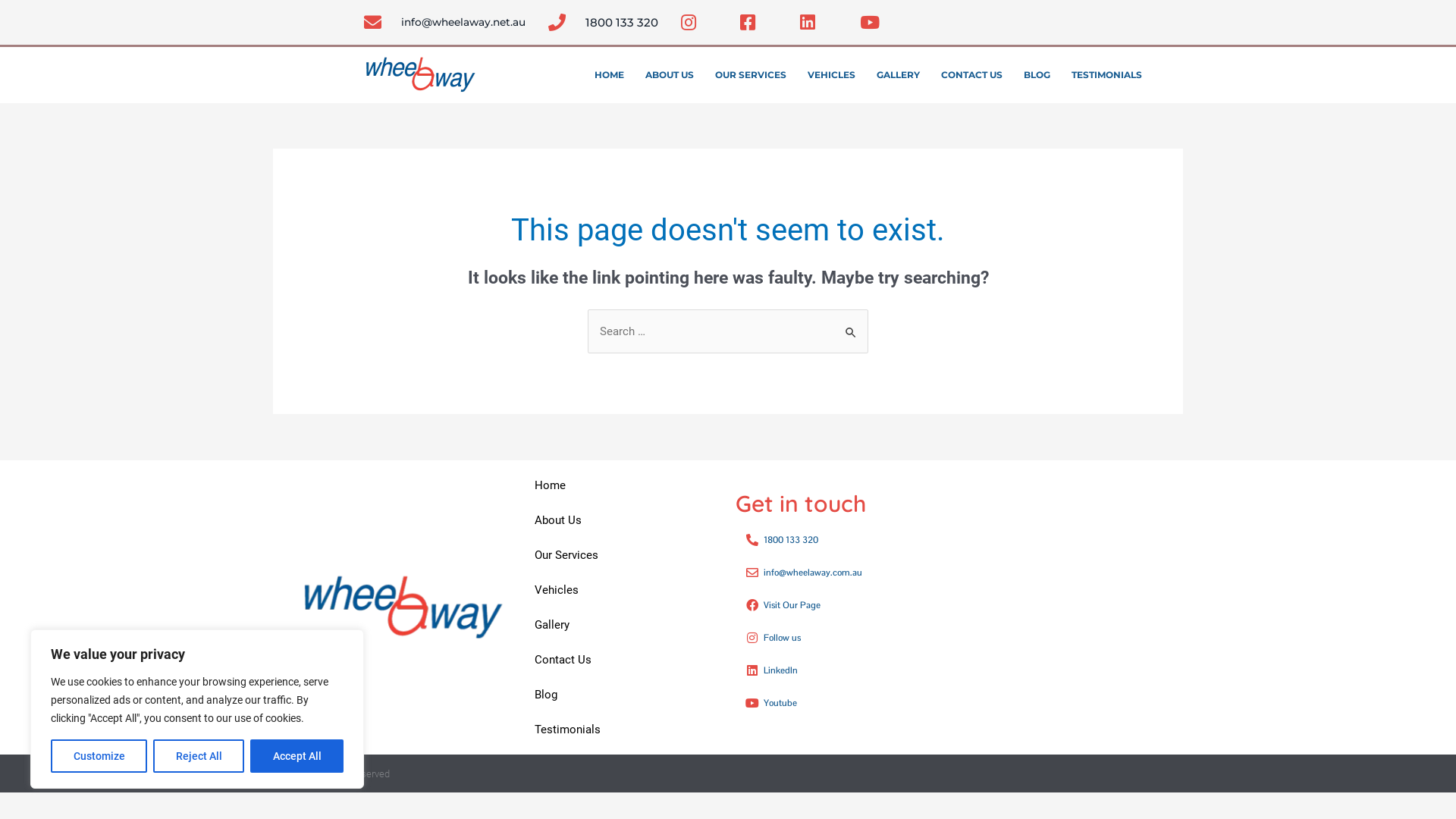 The image size is (1456, 819). Describe the element at coordinates (1099, 18) in the screenshot. I see `'Github'` at that location.